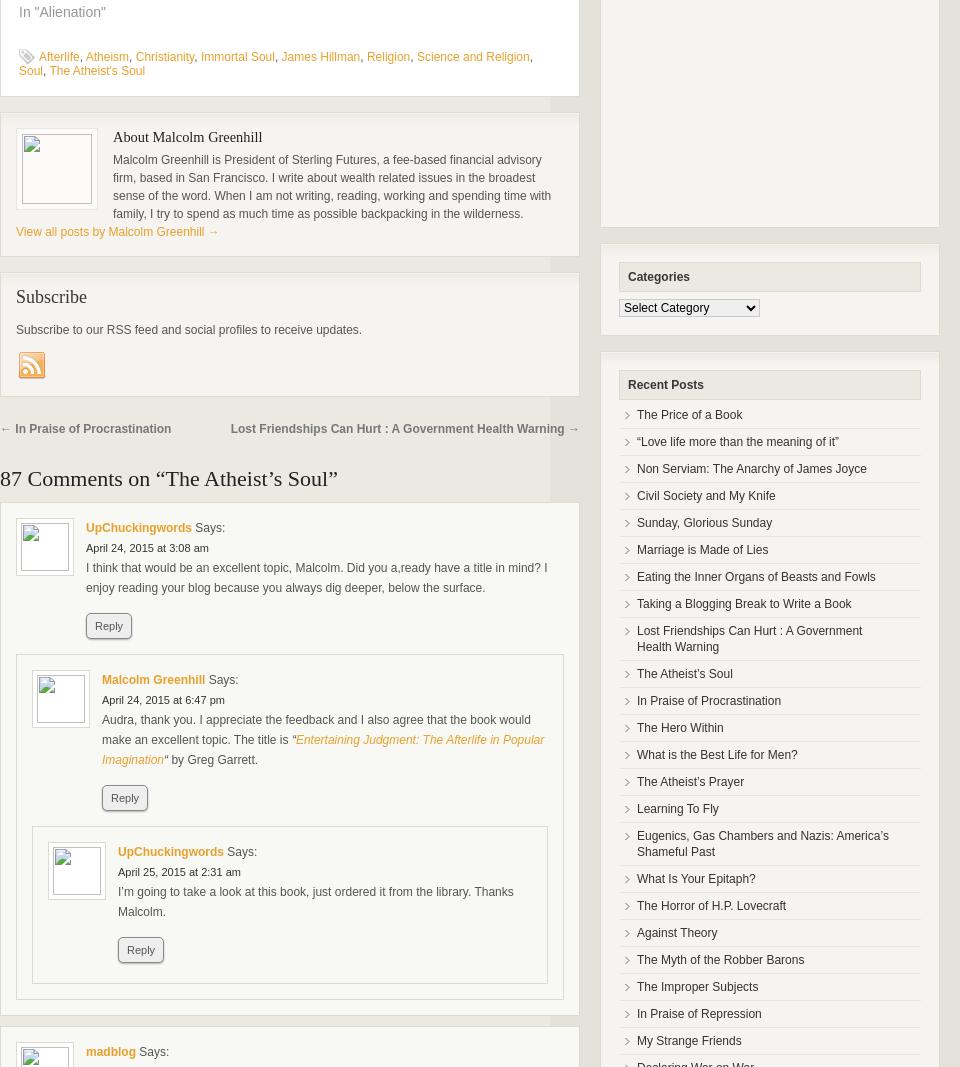  I want to click on 'Atheism', so click(107, 55).